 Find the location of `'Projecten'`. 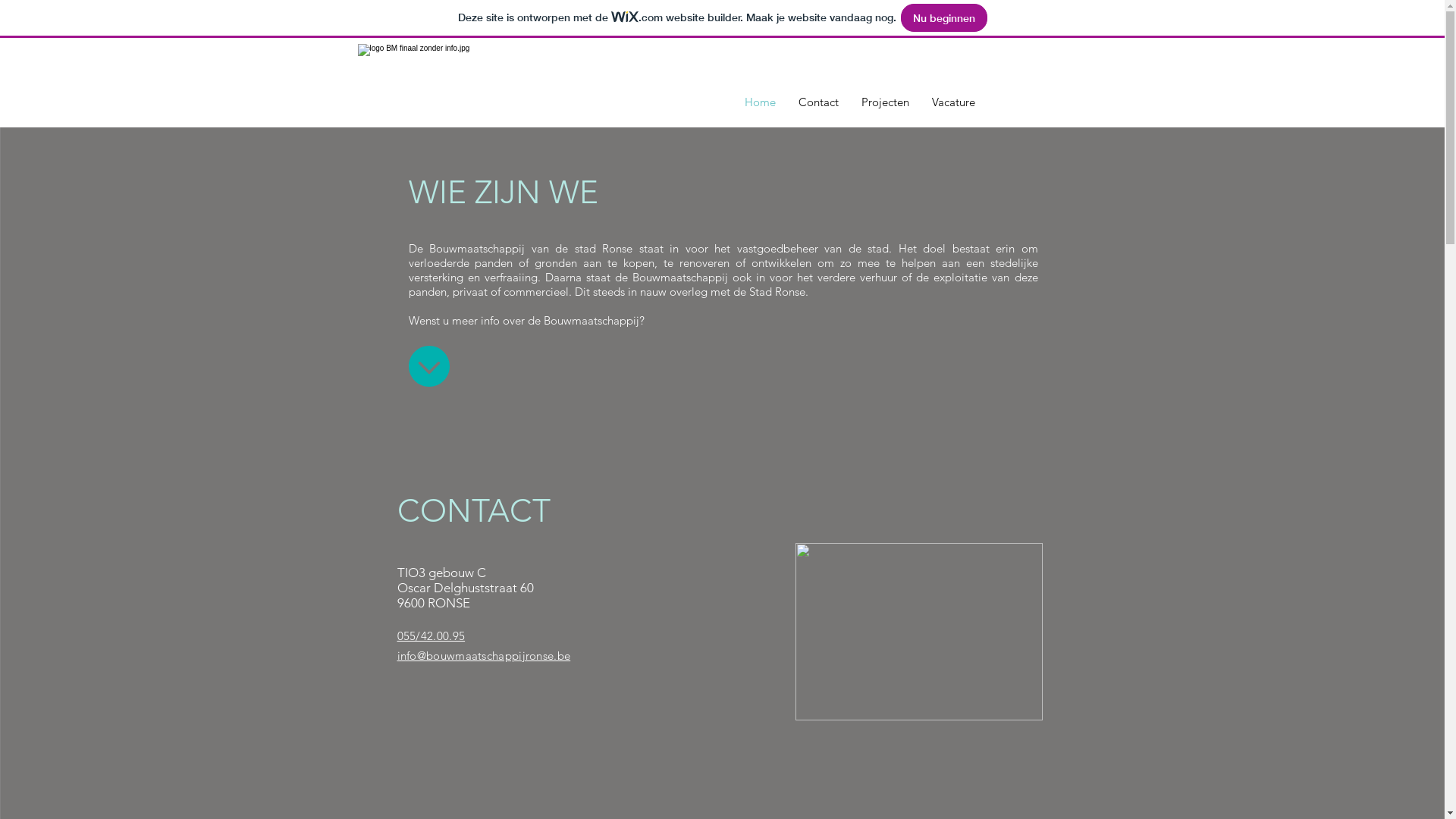

'Projecten' is located at coordinates (884, 102).